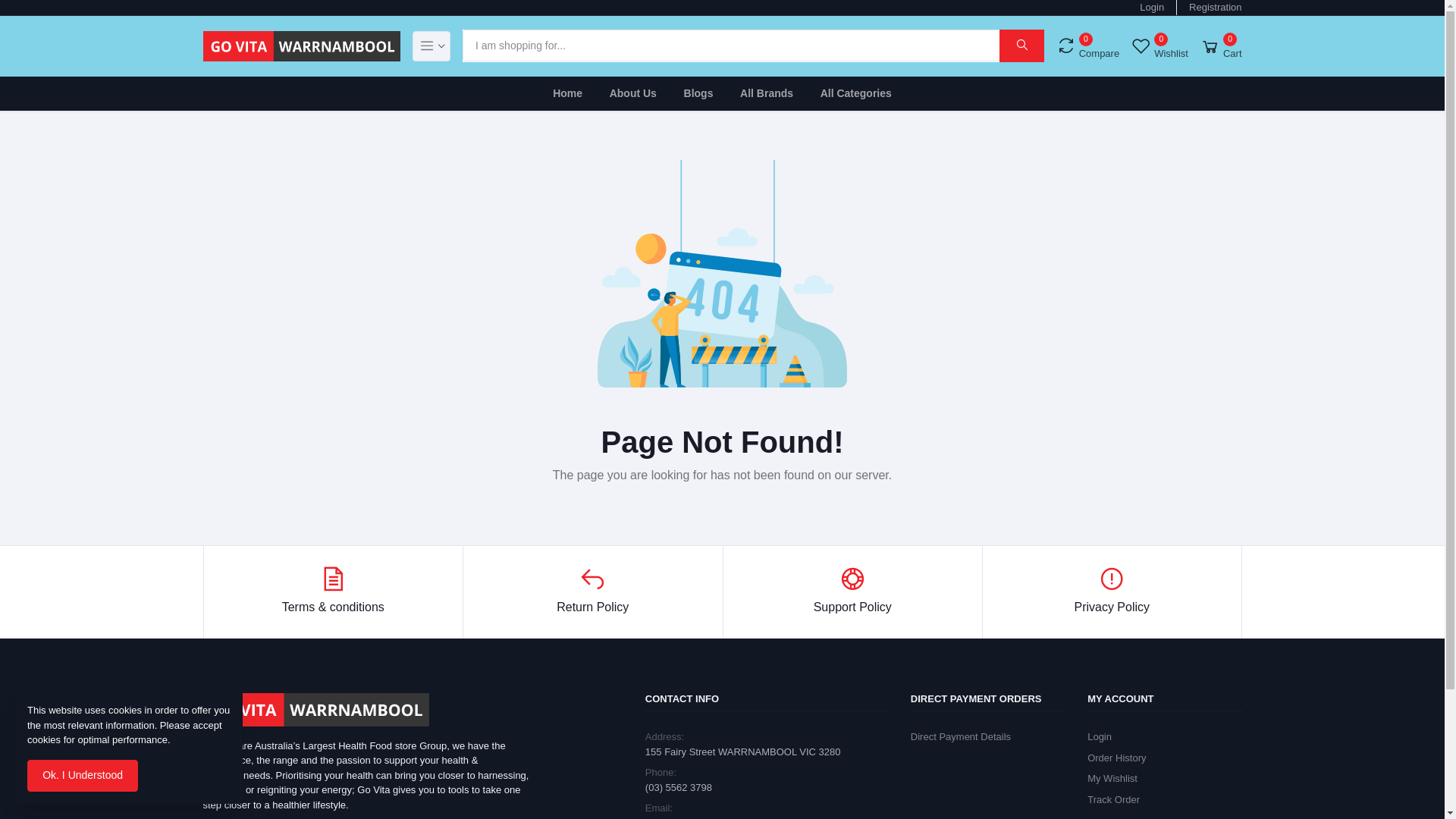 This screenshot has width=1456, height=819. I want to click on 'Home', so click(566, 93).